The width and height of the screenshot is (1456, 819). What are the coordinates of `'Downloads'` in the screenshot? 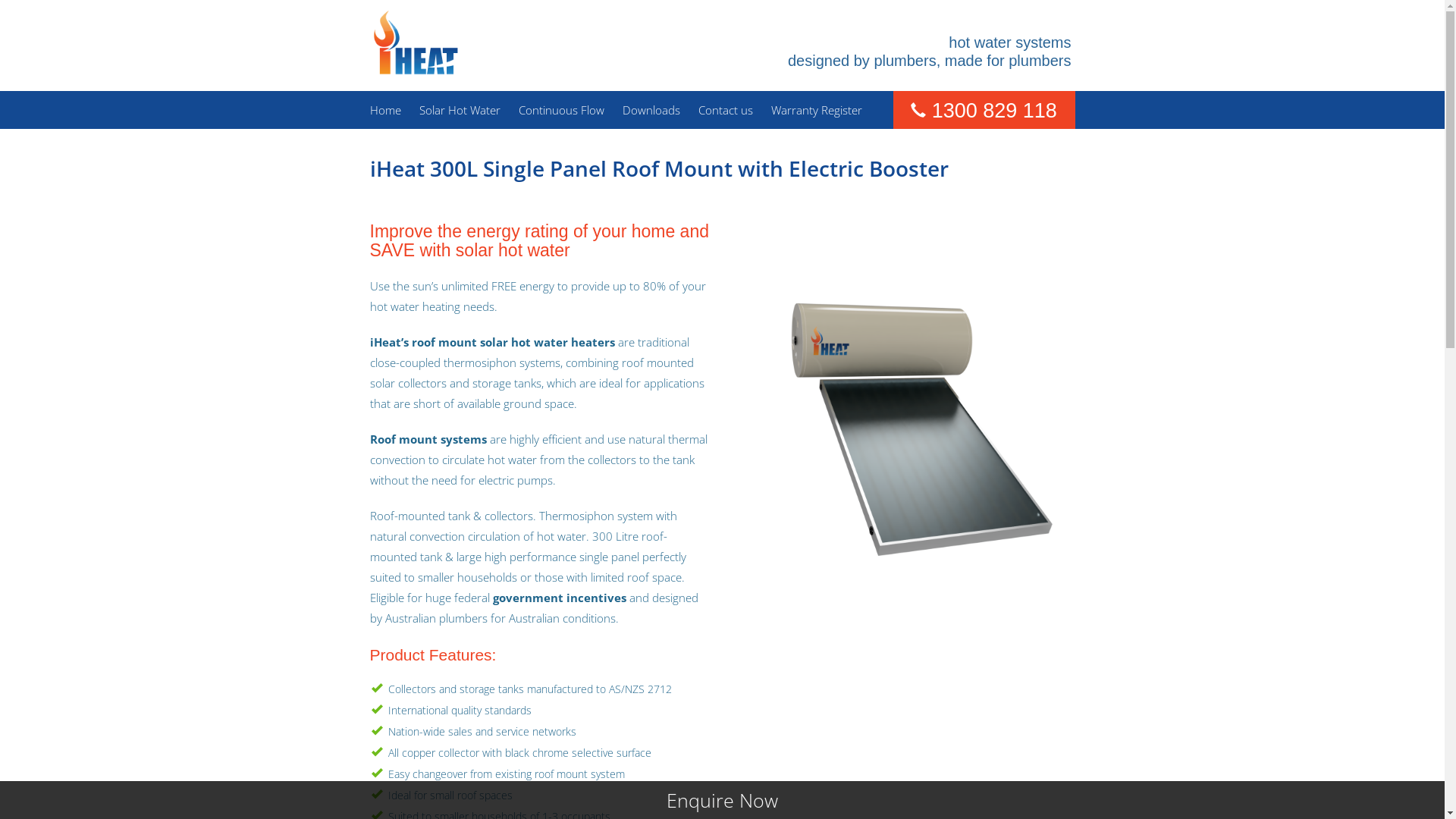 It's located at (622, 109).